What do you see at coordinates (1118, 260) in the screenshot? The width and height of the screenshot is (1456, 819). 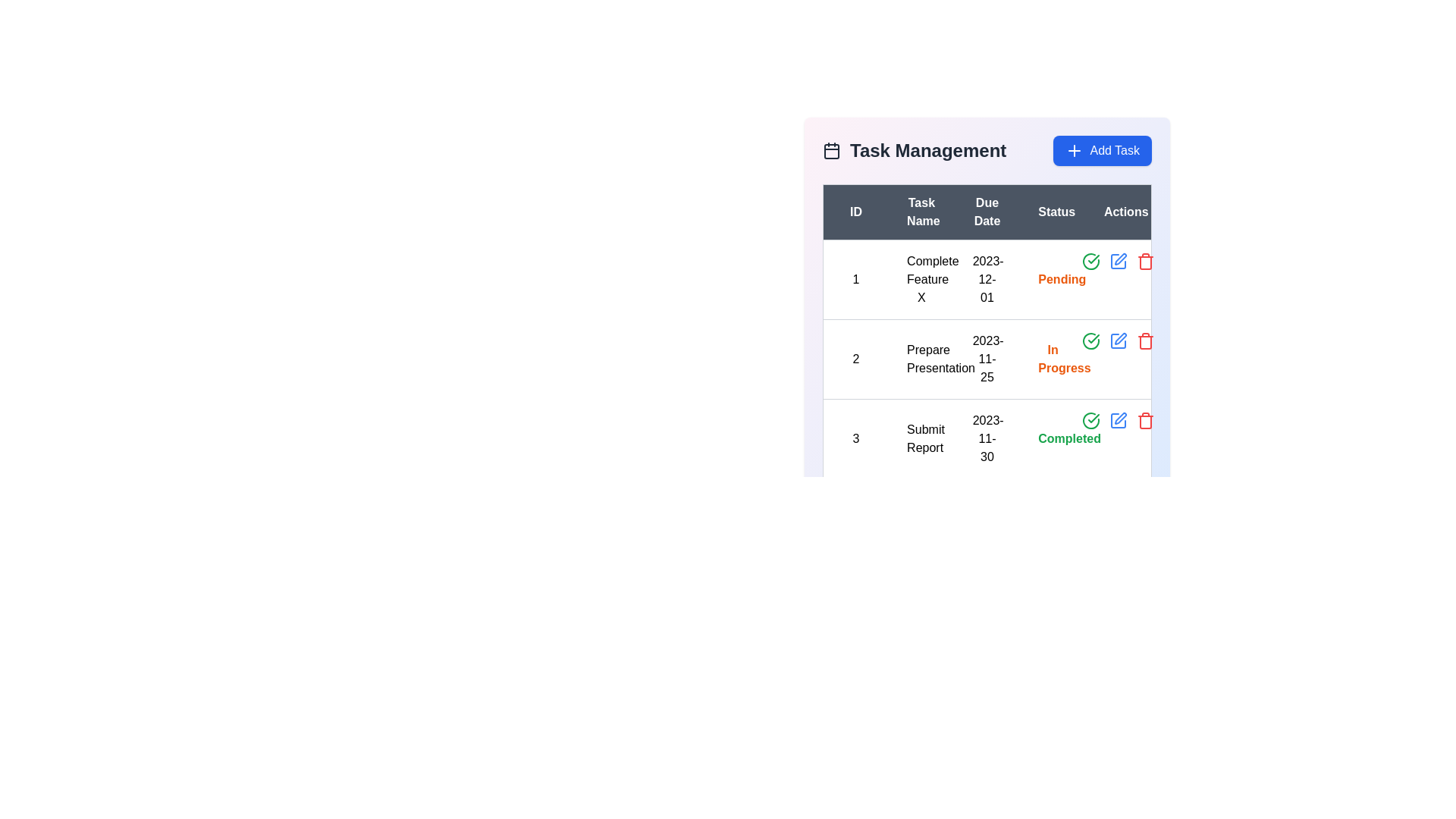 I see `the 'Edit' icon button in the 'Actions' column of the third row to initiate editing for the task 'Submit Report'` at bounding box center [1118, 260].